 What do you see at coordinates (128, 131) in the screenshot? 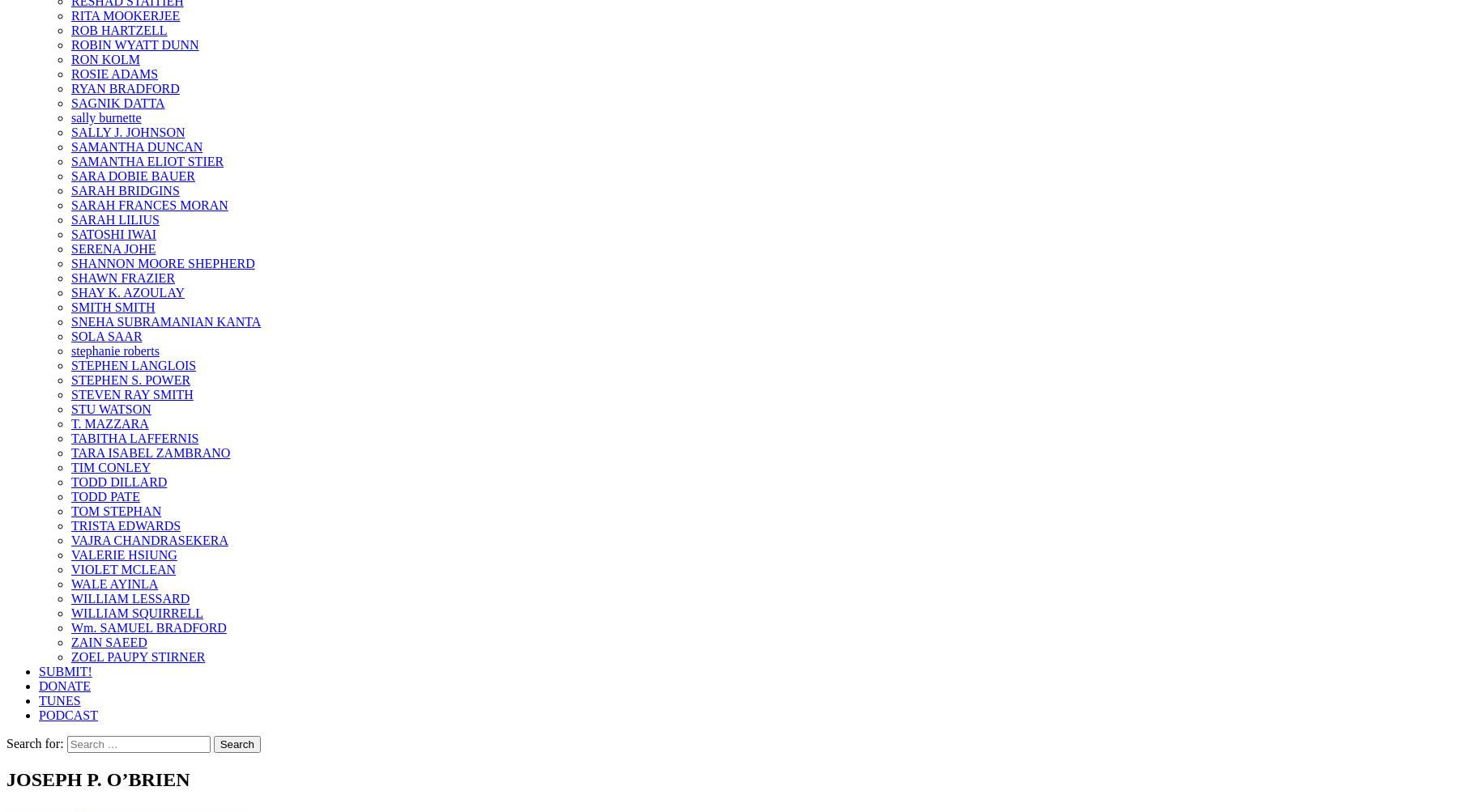
I see `'SALLY J. JOHNSON'` at bounding box center [128, 131].